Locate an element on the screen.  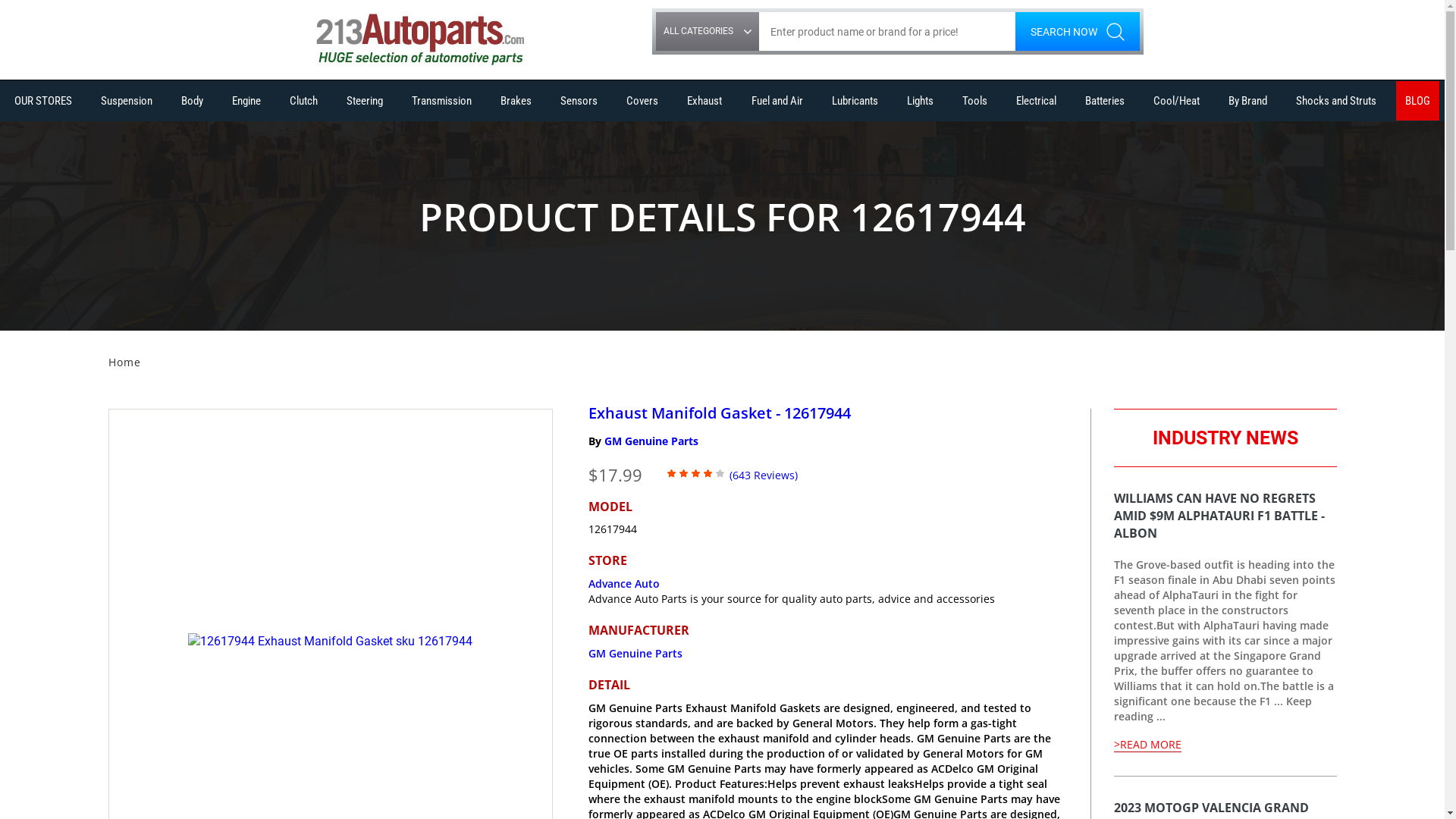
'Electrical' is located at coordinates (1035, 100).